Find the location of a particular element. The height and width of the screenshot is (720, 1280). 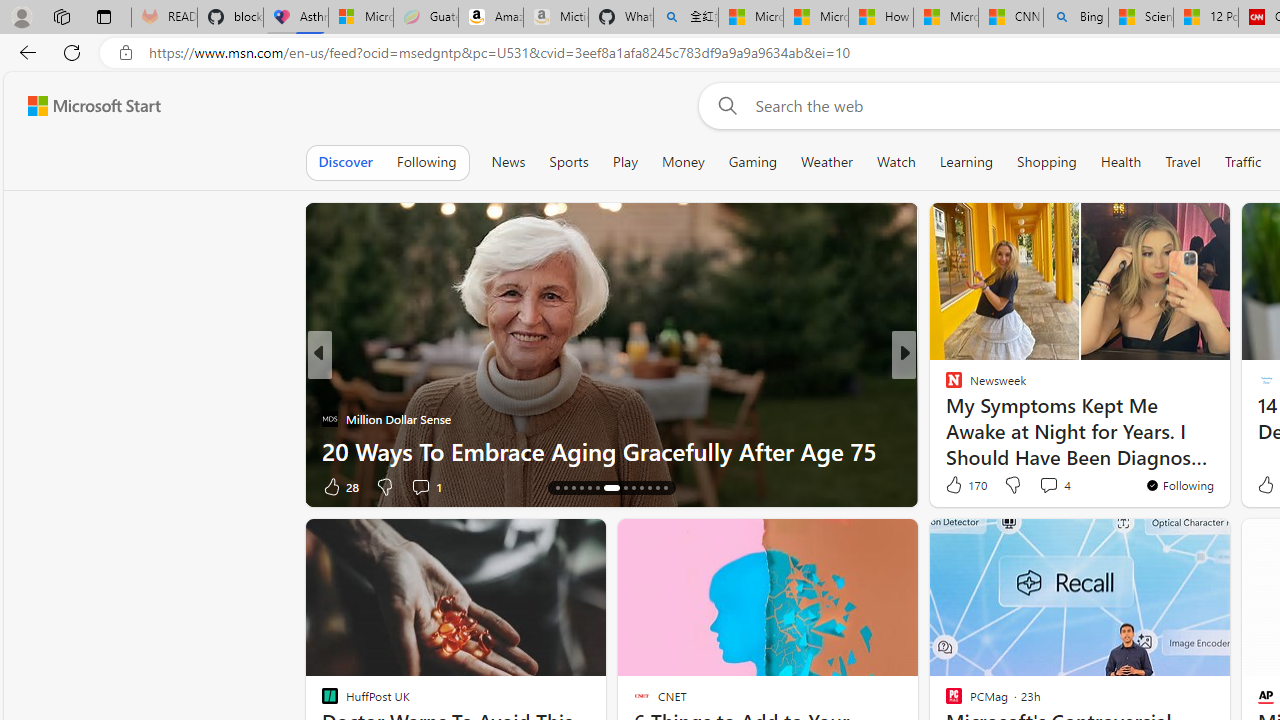

'170 Like' is located at coordinates (964, 484).